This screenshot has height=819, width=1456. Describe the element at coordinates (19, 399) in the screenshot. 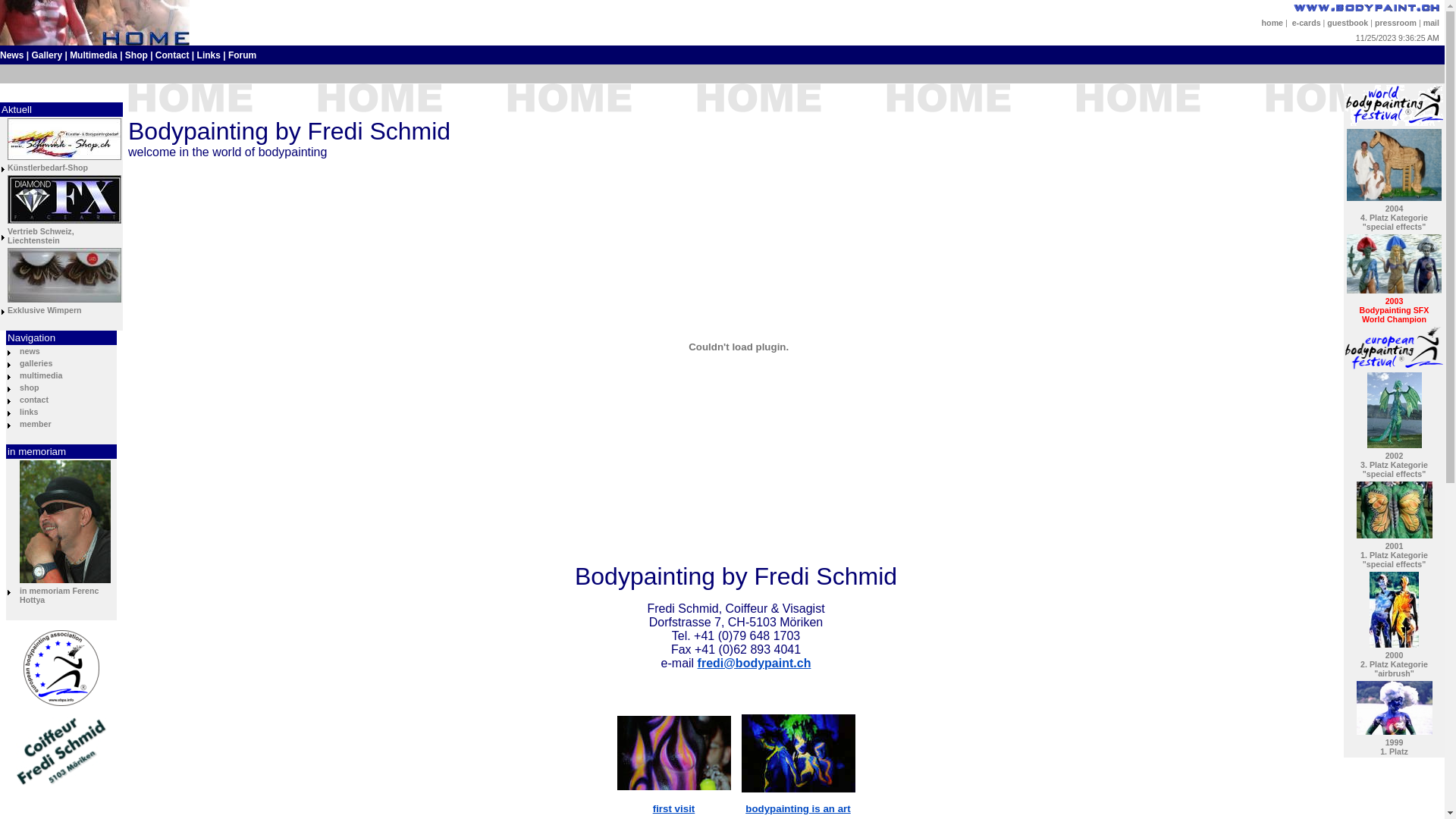

I see `'contact'` at that location.